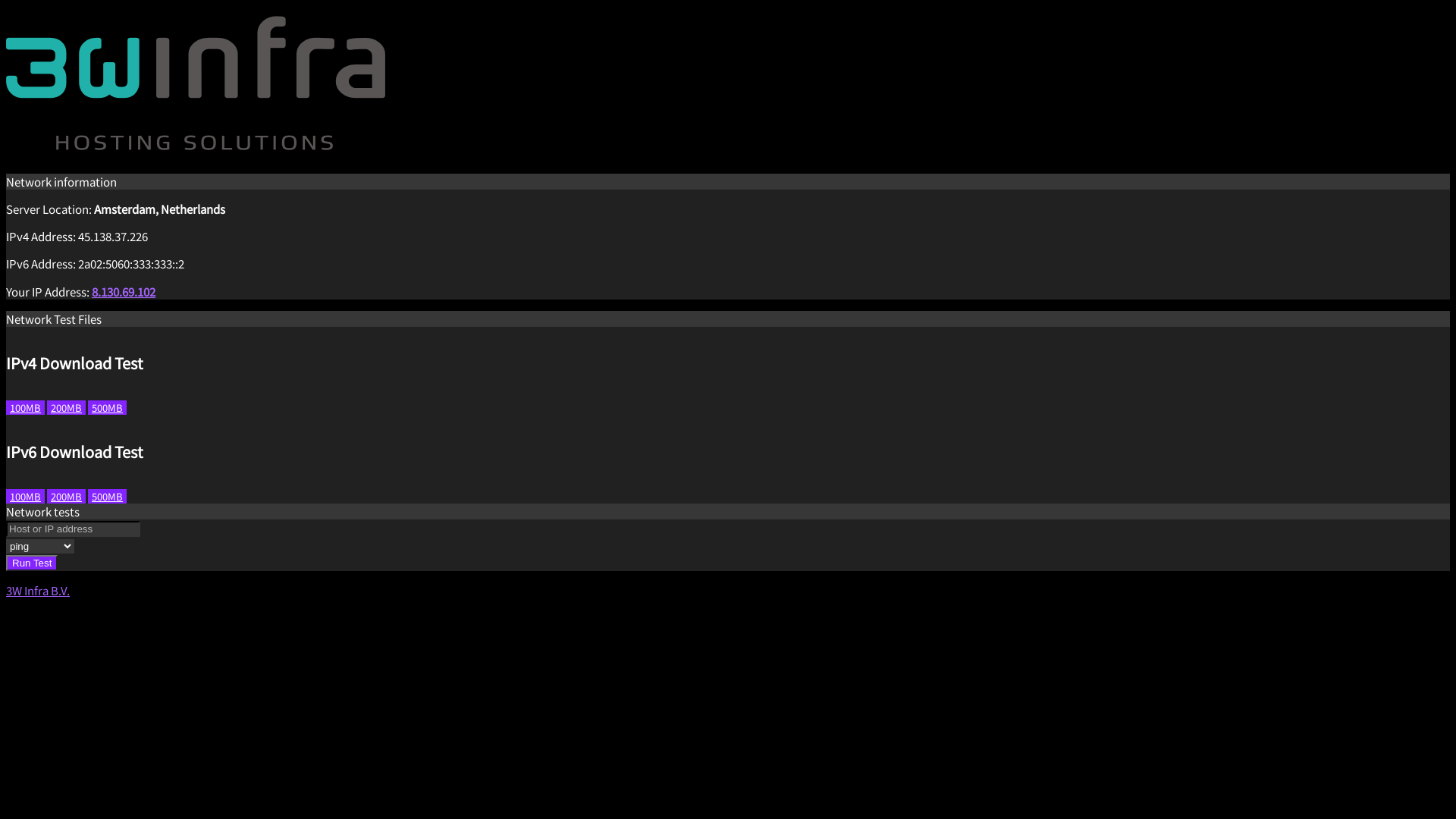 The height and width of the screenshot is (819, 1456). What do you see at coordinates (106, 406) in the screenshot?
I see `'500MB'` at bounding box center [106, 406].